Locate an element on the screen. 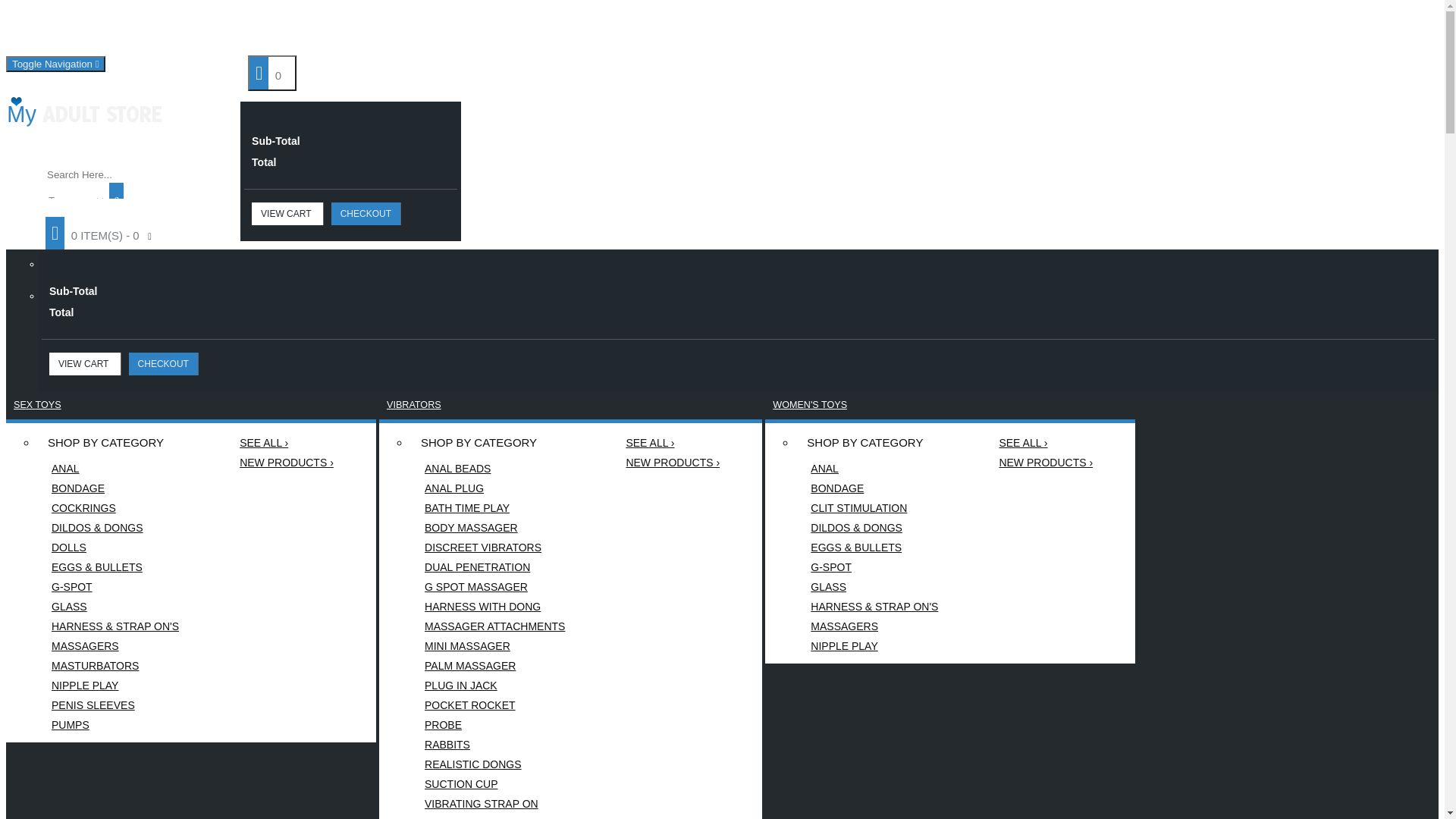 The height and width of the screenshot is (819, 1456). 'MASTURBATORS' is located at coordinates (115, 665).